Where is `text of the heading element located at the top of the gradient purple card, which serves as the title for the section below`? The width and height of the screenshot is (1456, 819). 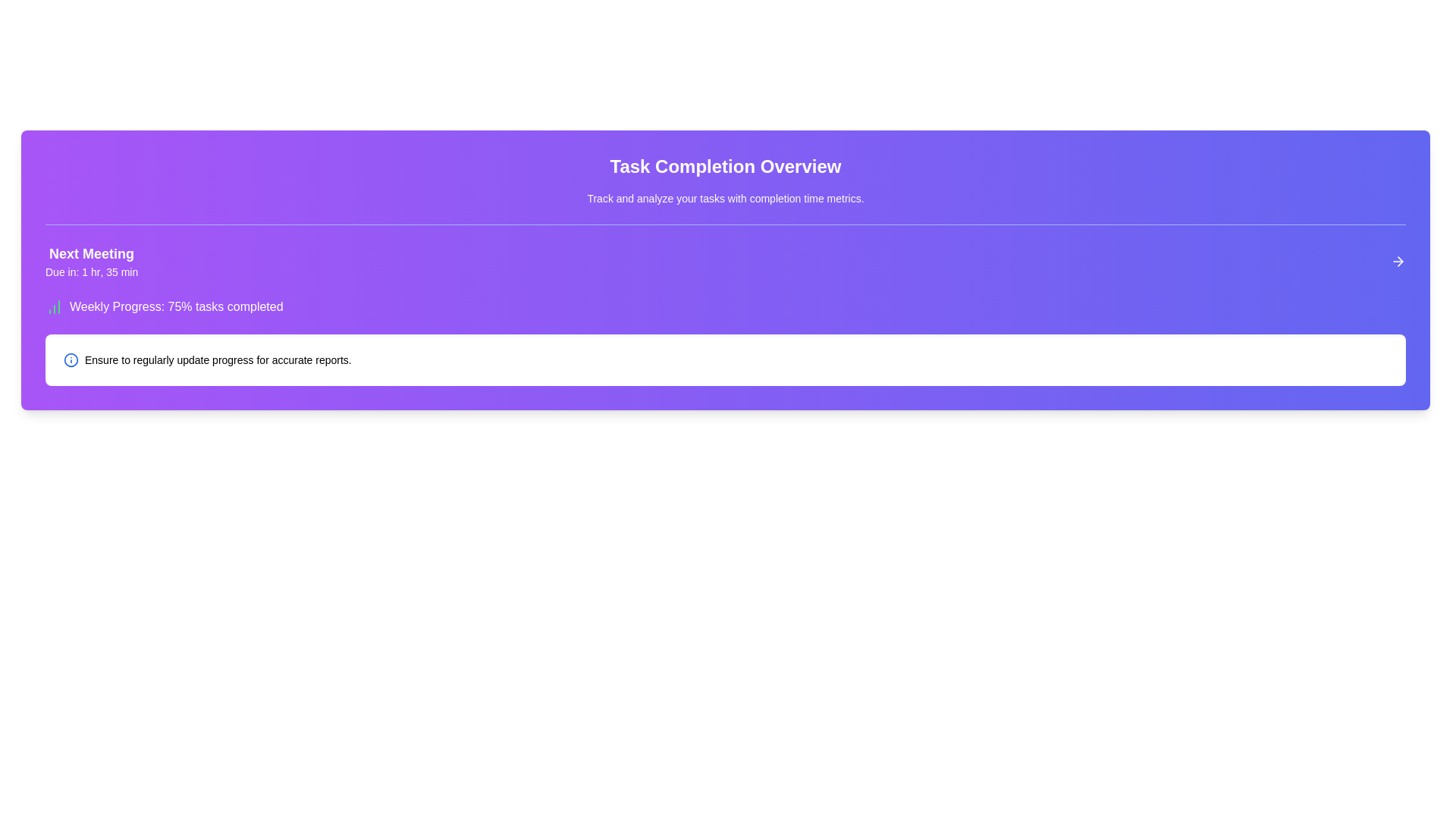 text of the heading element located at the top of the gradient purple card, which serves as the title for the section below is located at coordinates (724, 166).